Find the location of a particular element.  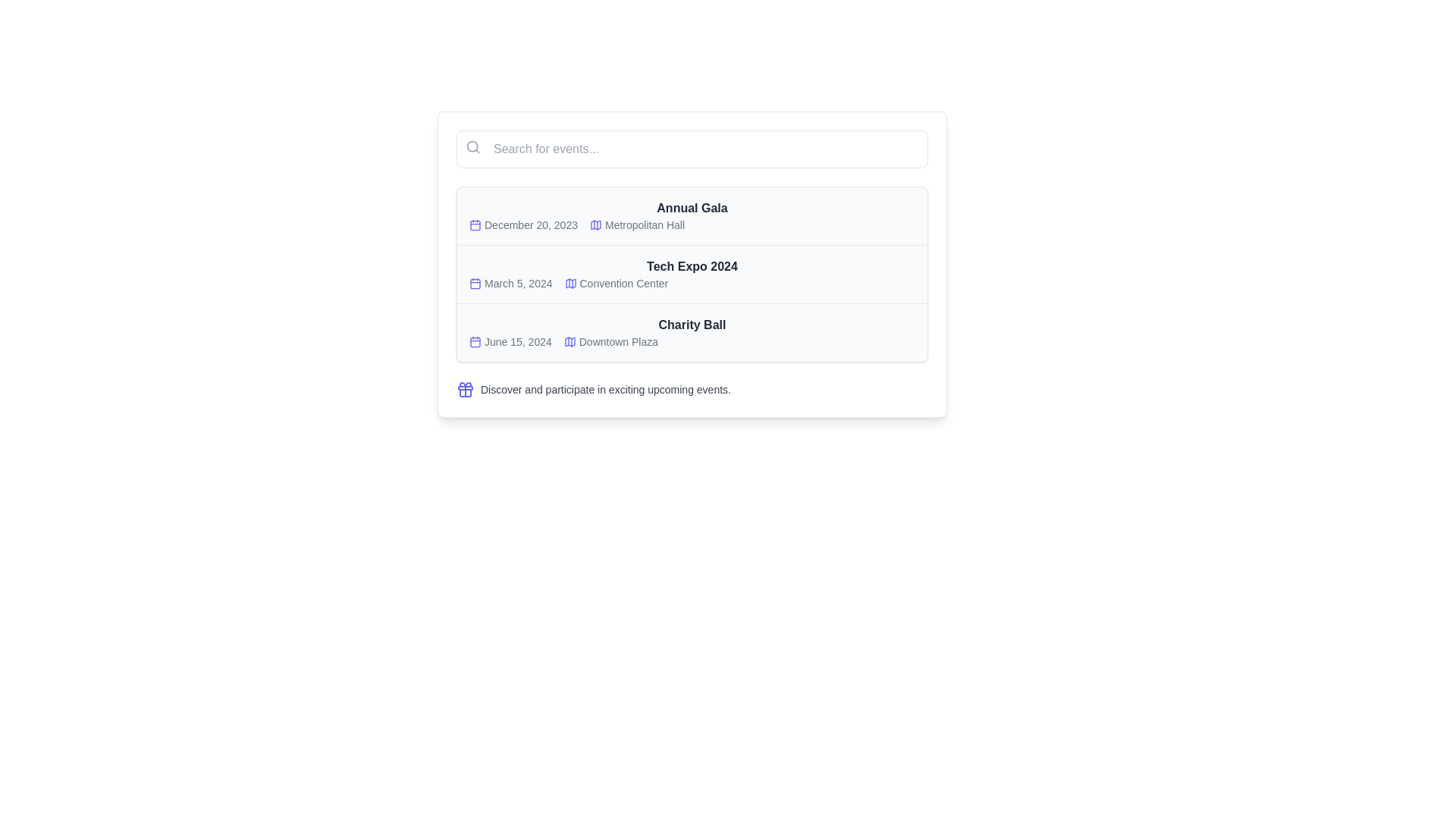

the small, stylized map icon located in the top-left area of the events segment, near the text 'Metropolitan Hall' under the 'Annual Gala' event is located at coordinates (595, 225).